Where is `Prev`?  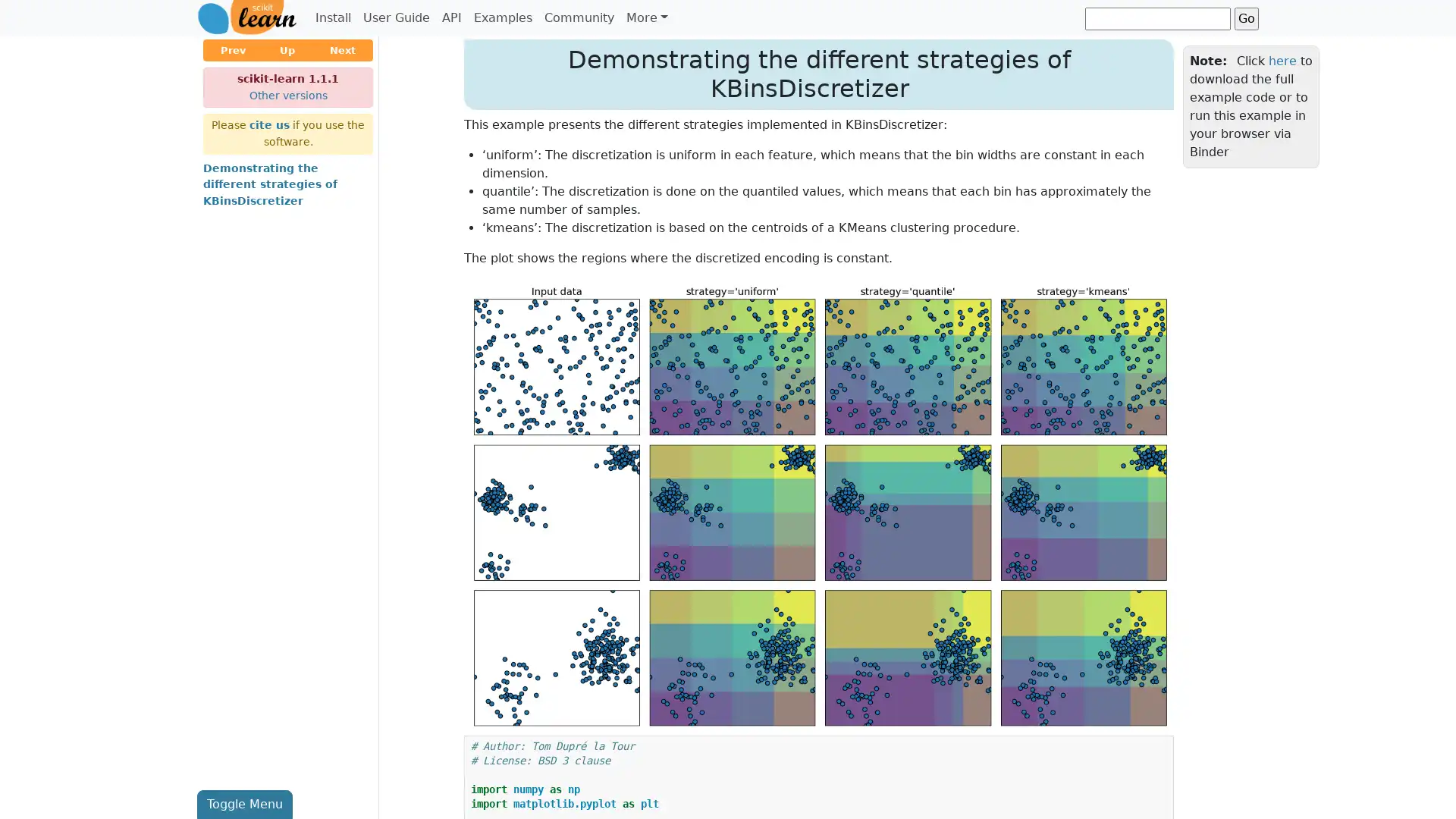 Prev is located at coordinates (232, 49).